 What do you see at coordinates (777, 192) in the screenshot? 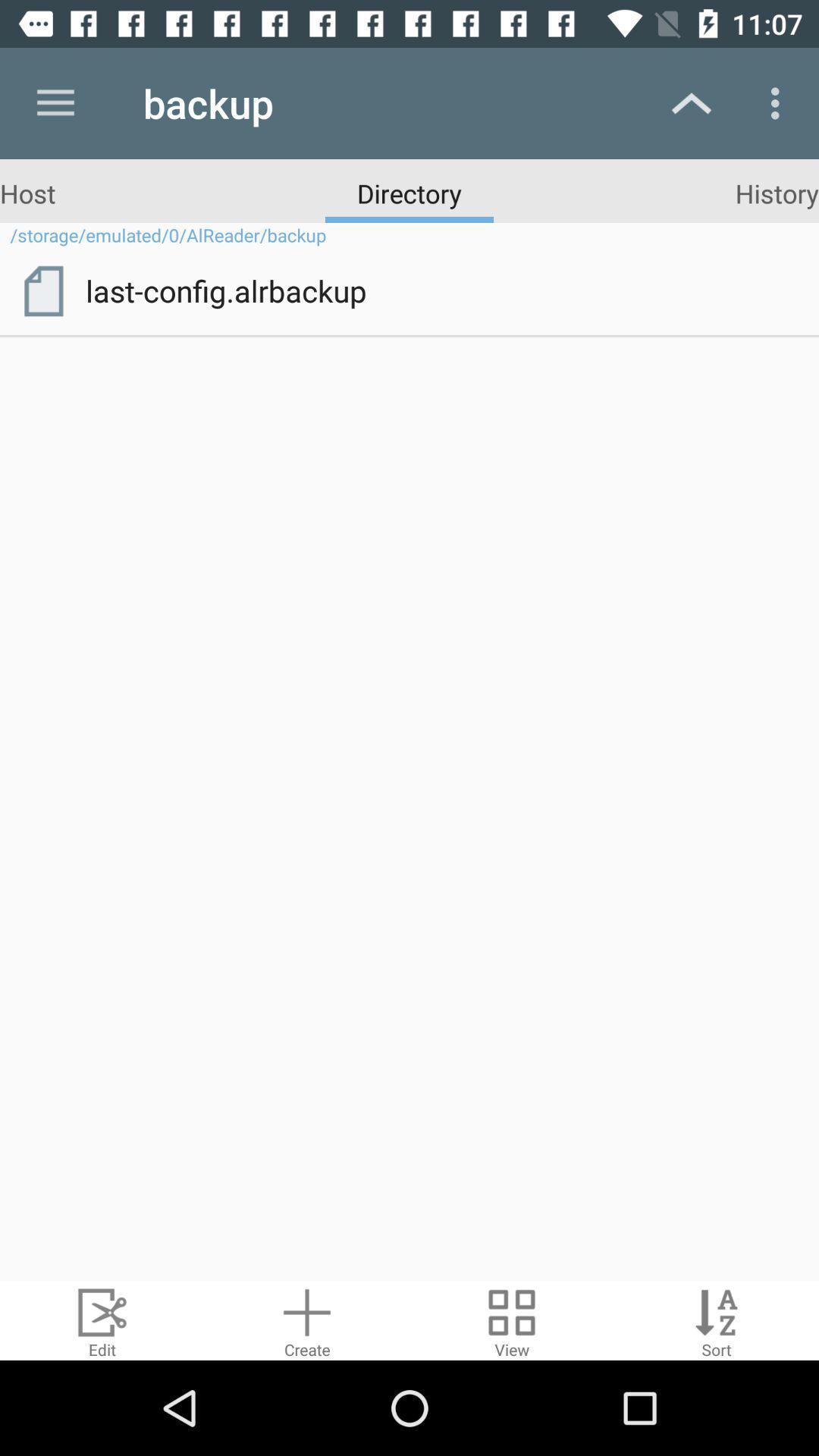
I see `item next to the directory item` at bounding box center [777, 192].